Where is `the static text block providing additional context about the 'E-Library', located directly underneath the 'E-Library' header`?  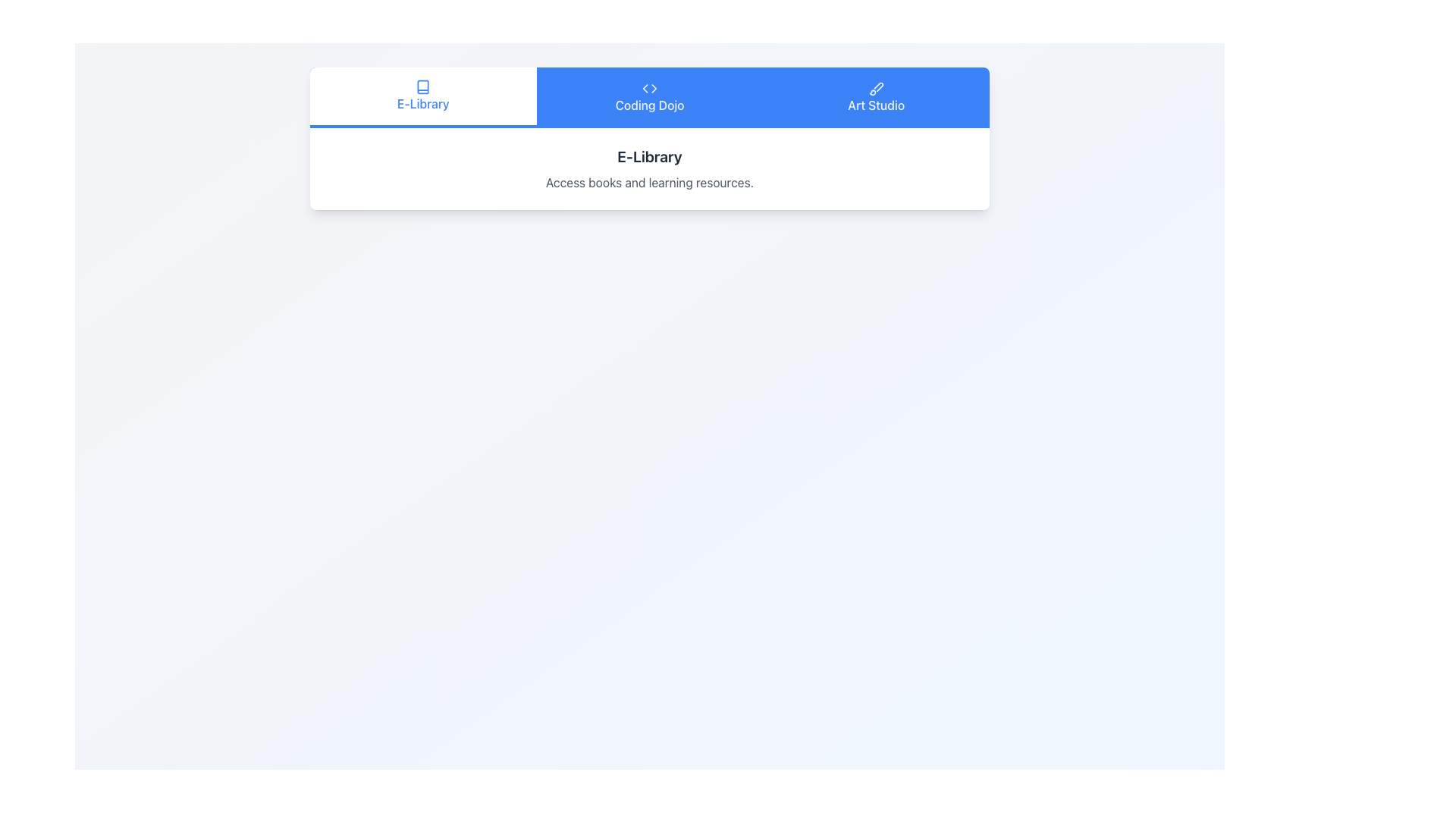
the static text block providing additional context about the 'E-Library', located directly underneath the 'E-Library' header is located at coordinates (650, 181).